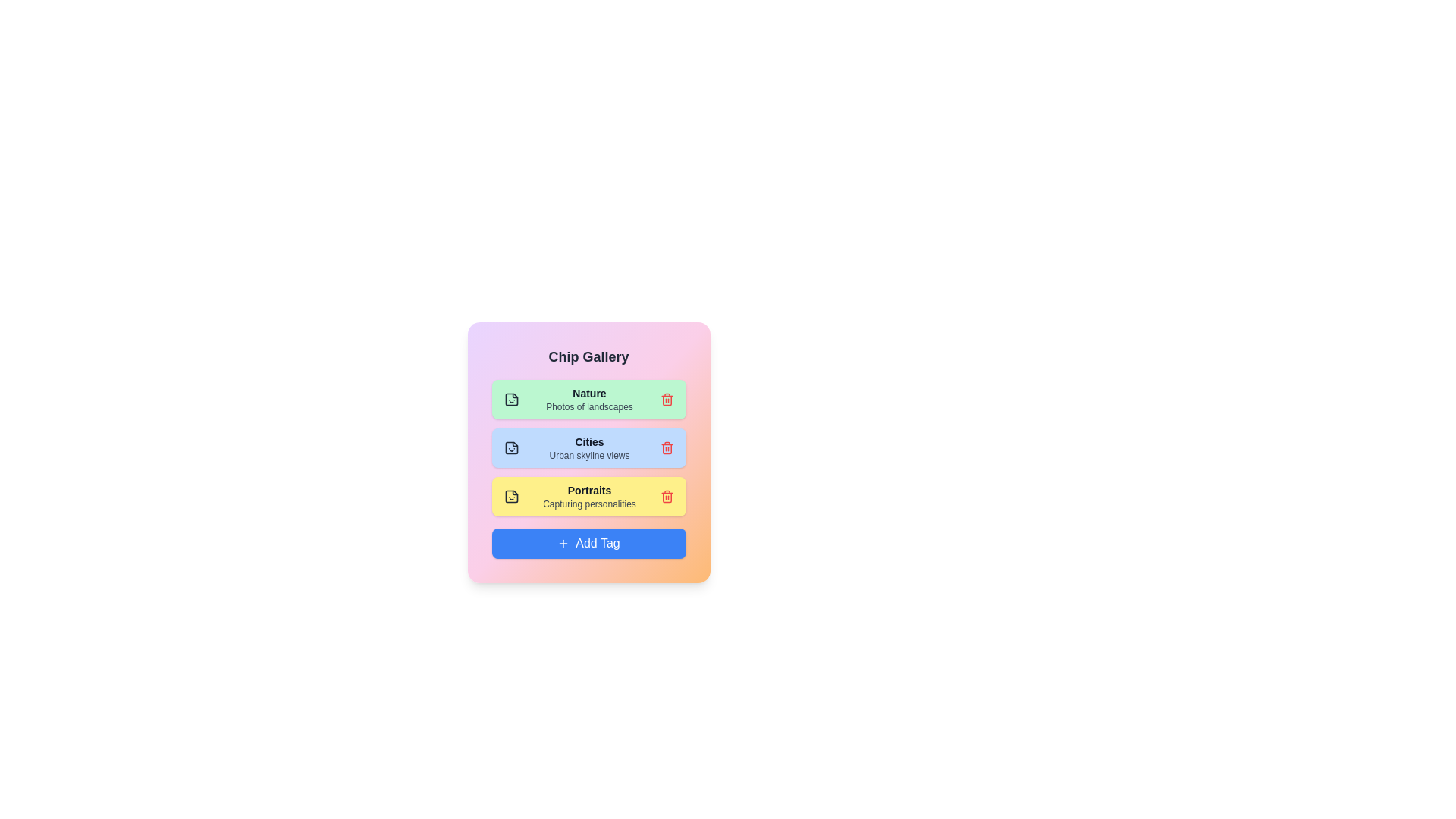  Describe the element at coordinates (588, 543) in the screenshot. I see `the 'Add Tag' button to add a new tag` at that location.